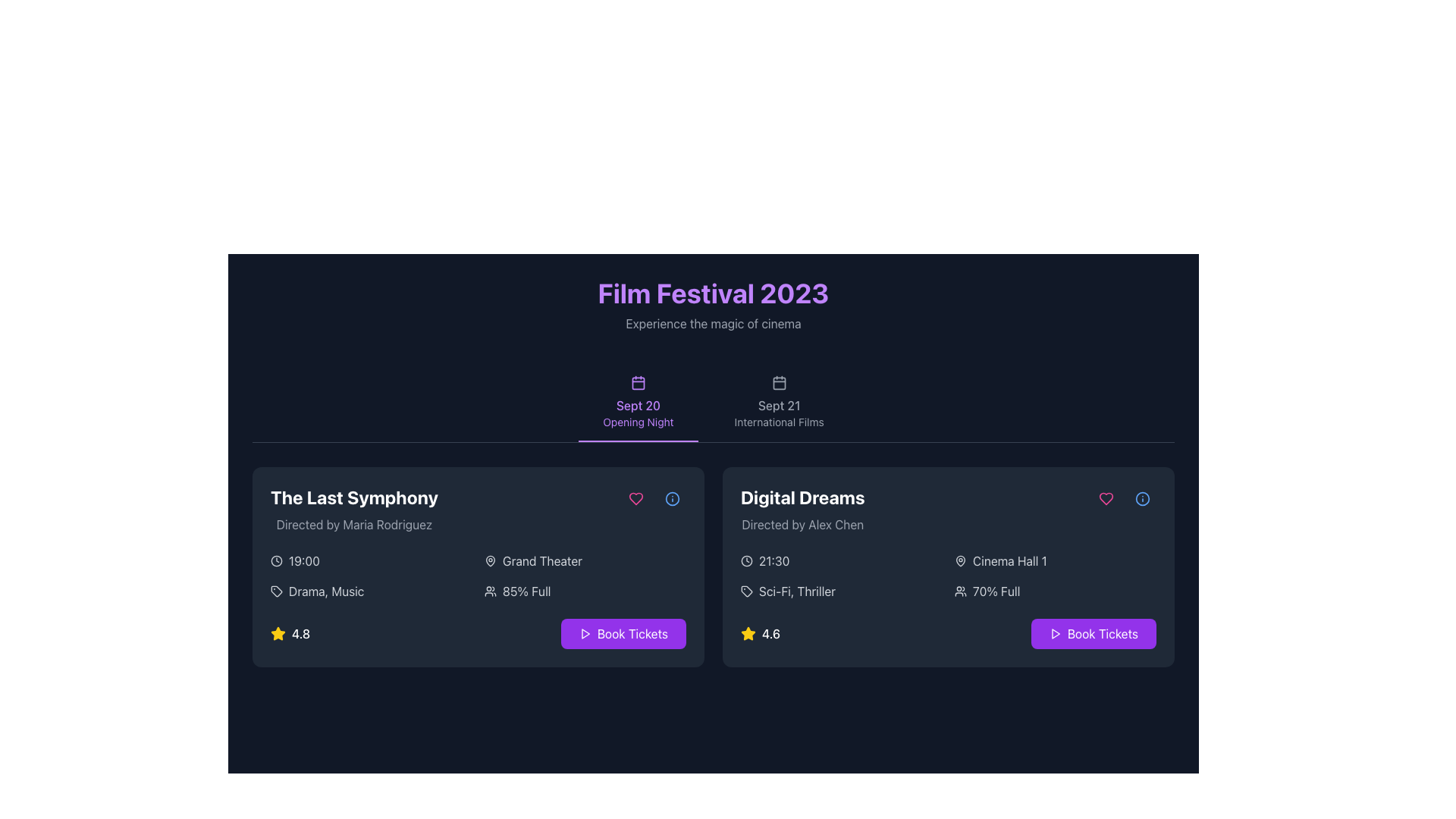 Image resolution: width=1456 pixels, height=819 pixels. What do you see at coordinates (638, 405) in the screenshot?
I see `the text label displaying 'Sept 20', which is located in the interactive section labeled 'Opening Night' with a purple font` at bounding box center [638, 405].